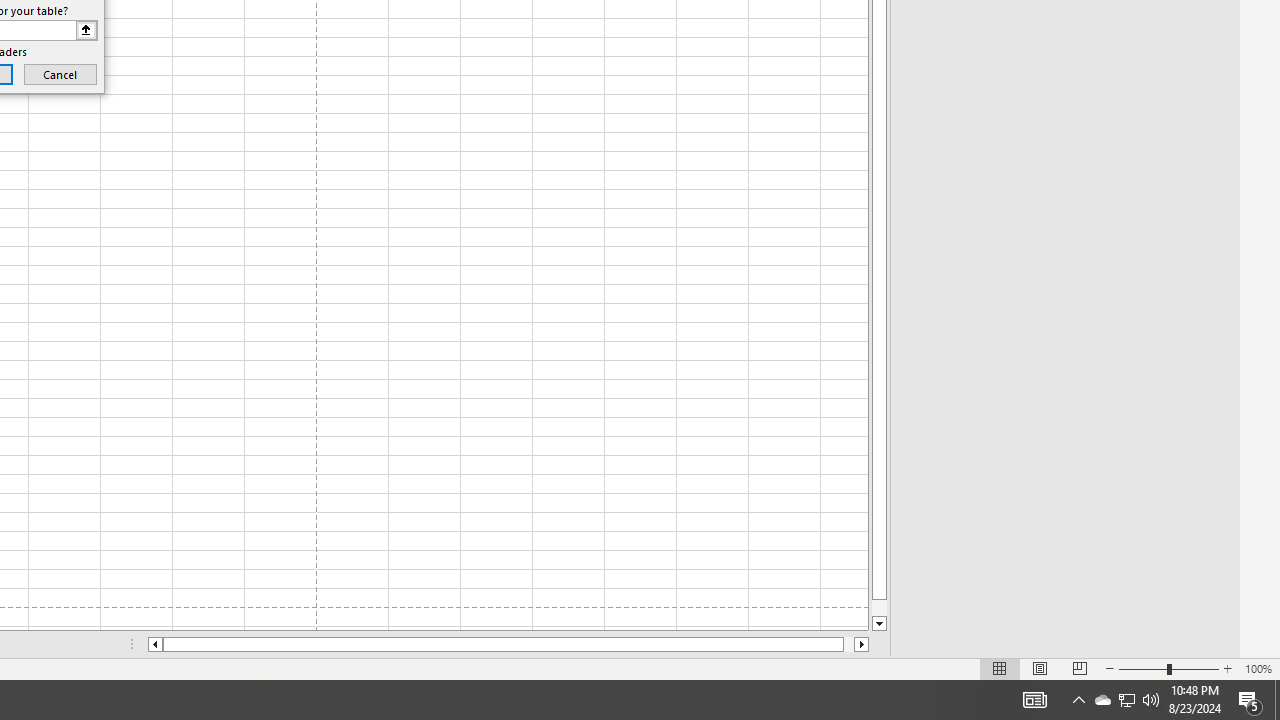  What do you see at coordinates (879, 607) in the screenshot?
I see `'Page down'` at bounding box center [879, 607].